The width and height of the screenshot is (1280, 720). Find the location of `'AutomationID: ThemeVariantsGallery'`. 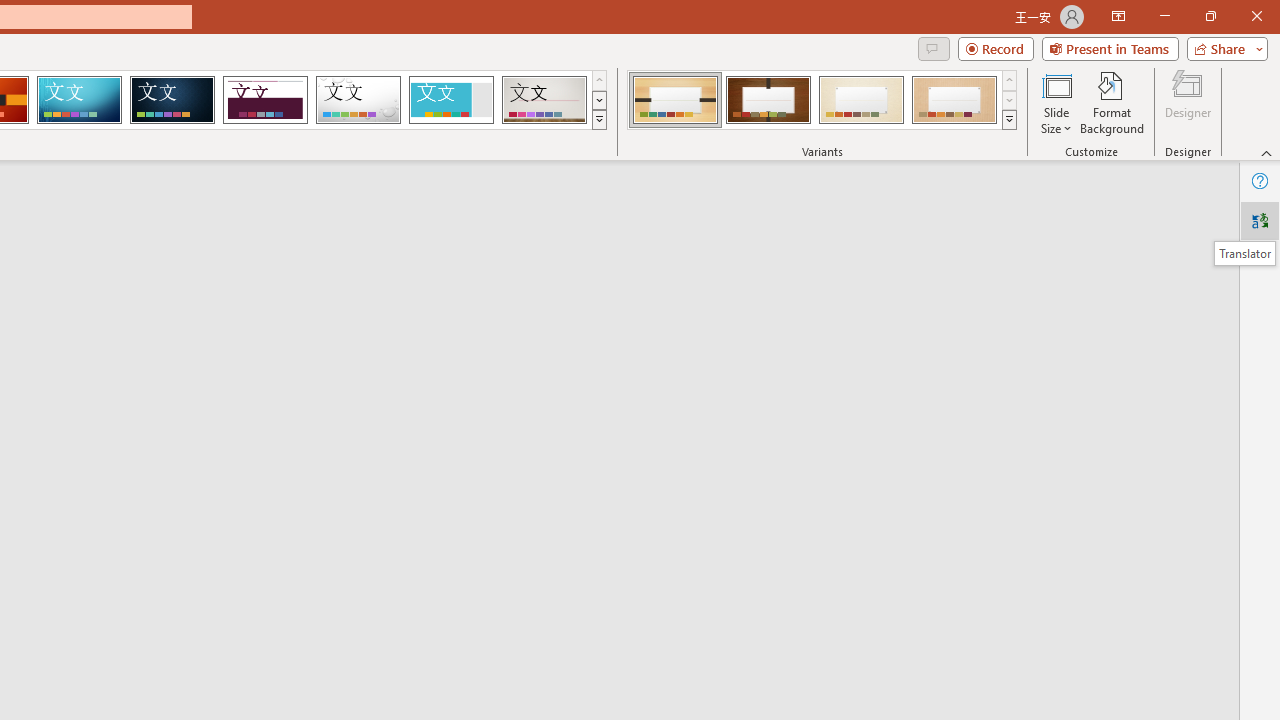

'AutomationID: ThemeVariantsGallery' is located at coordinates (823, 100).